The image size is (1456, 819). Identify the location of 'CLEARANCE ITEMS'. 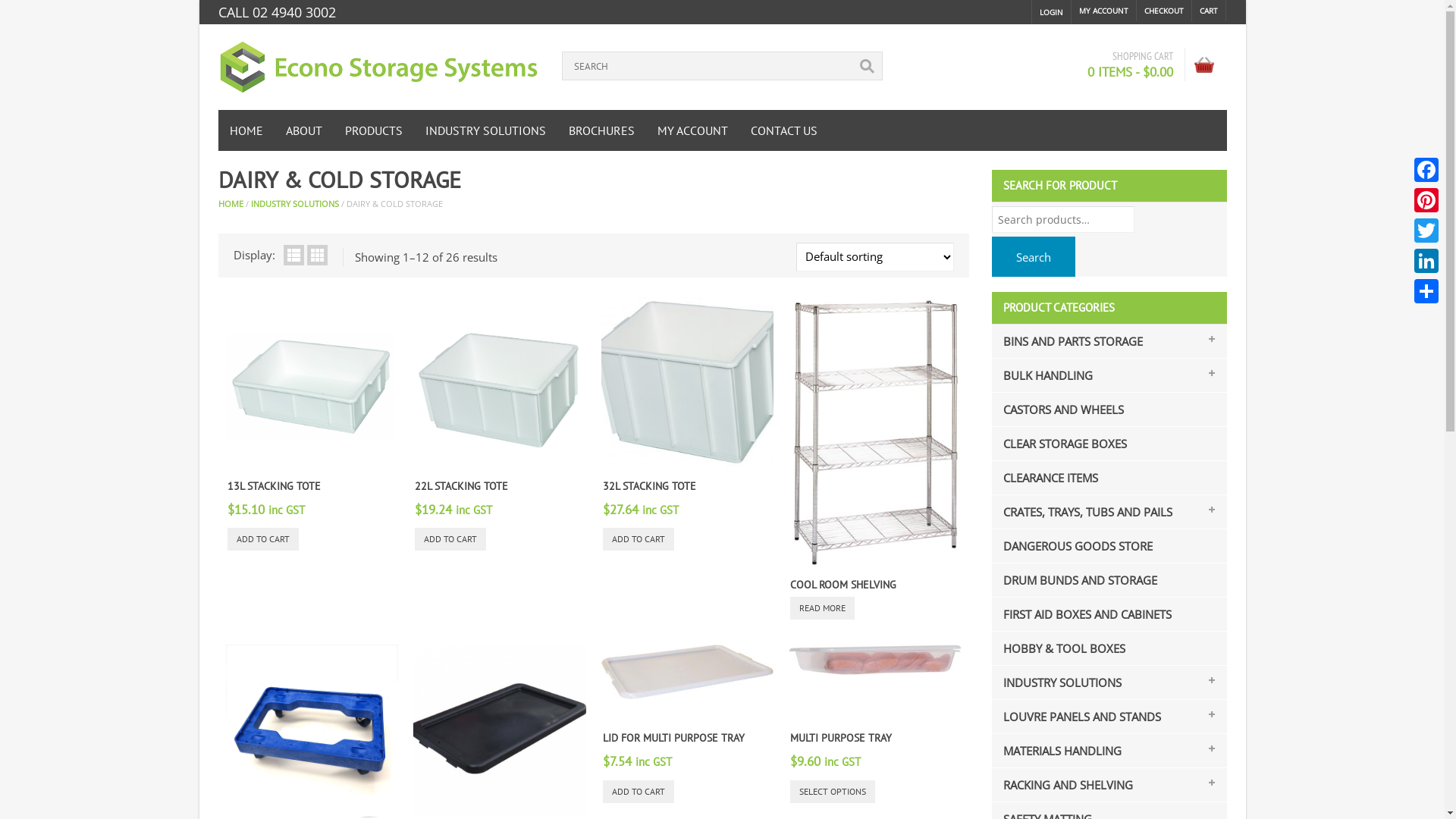
(1044, 476).